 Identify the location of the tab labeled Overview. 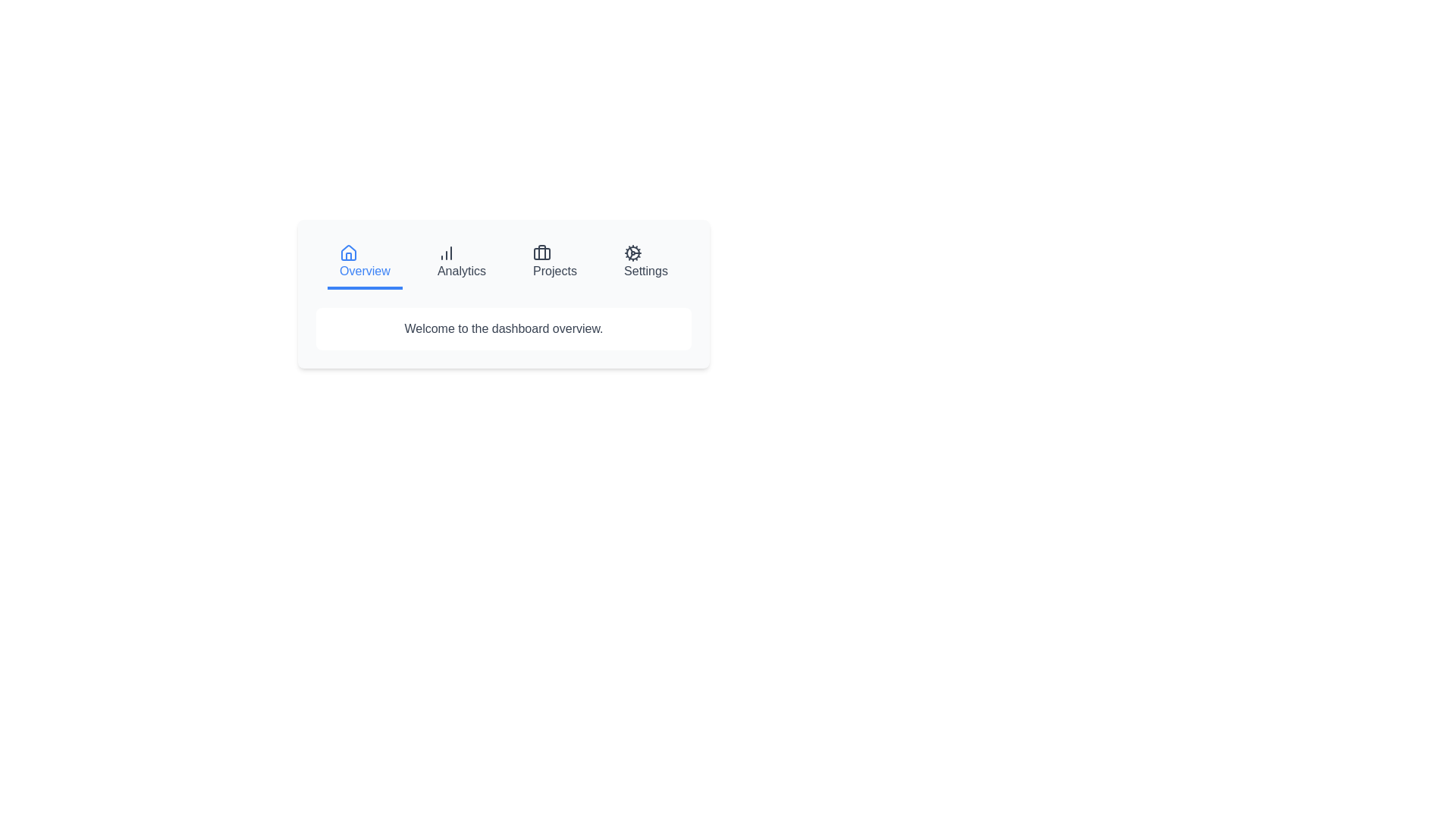
(364, 262).